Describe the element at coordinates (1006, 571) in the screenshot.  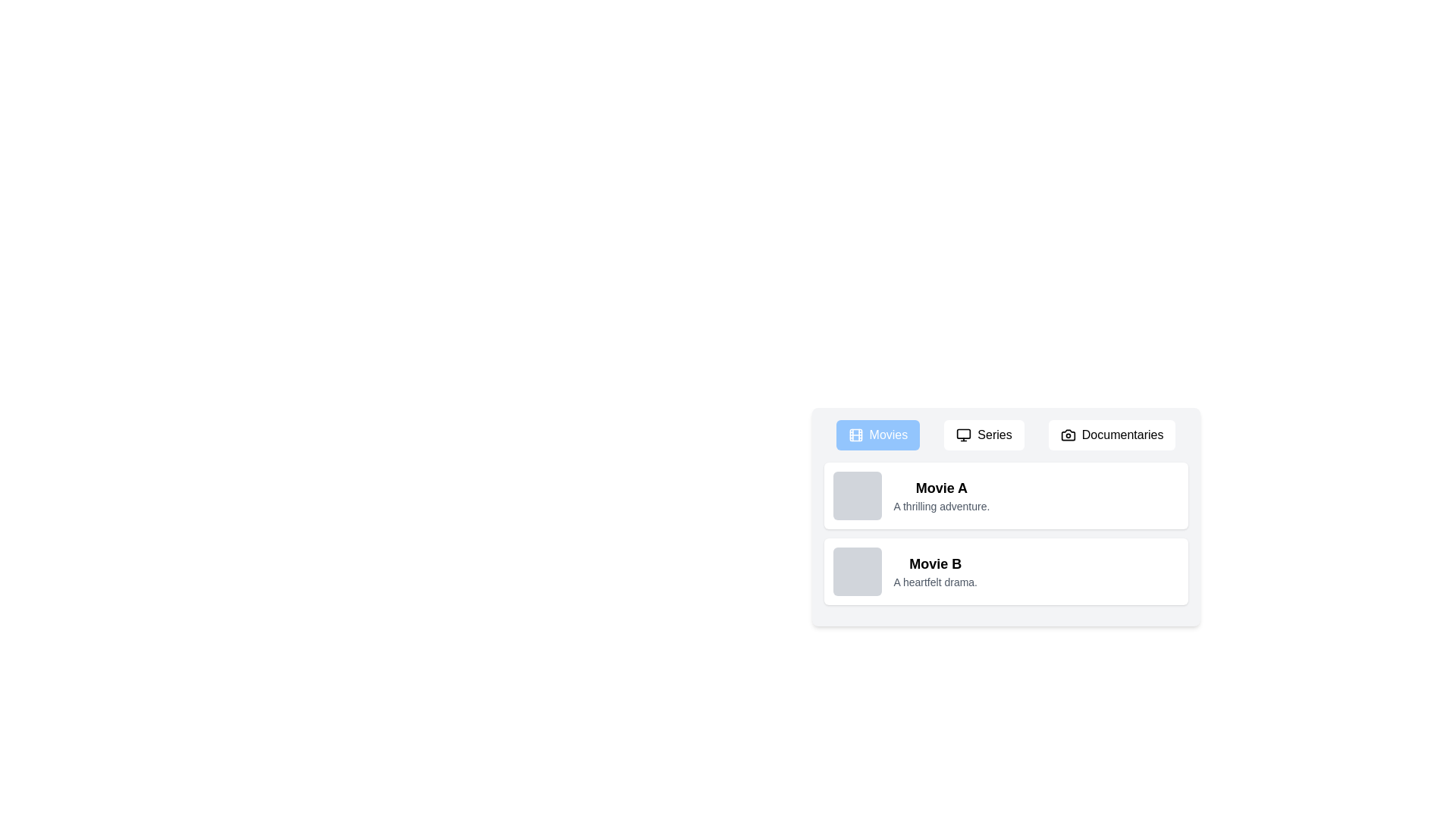
I see `the content item Movie B under the active tab` at that location.